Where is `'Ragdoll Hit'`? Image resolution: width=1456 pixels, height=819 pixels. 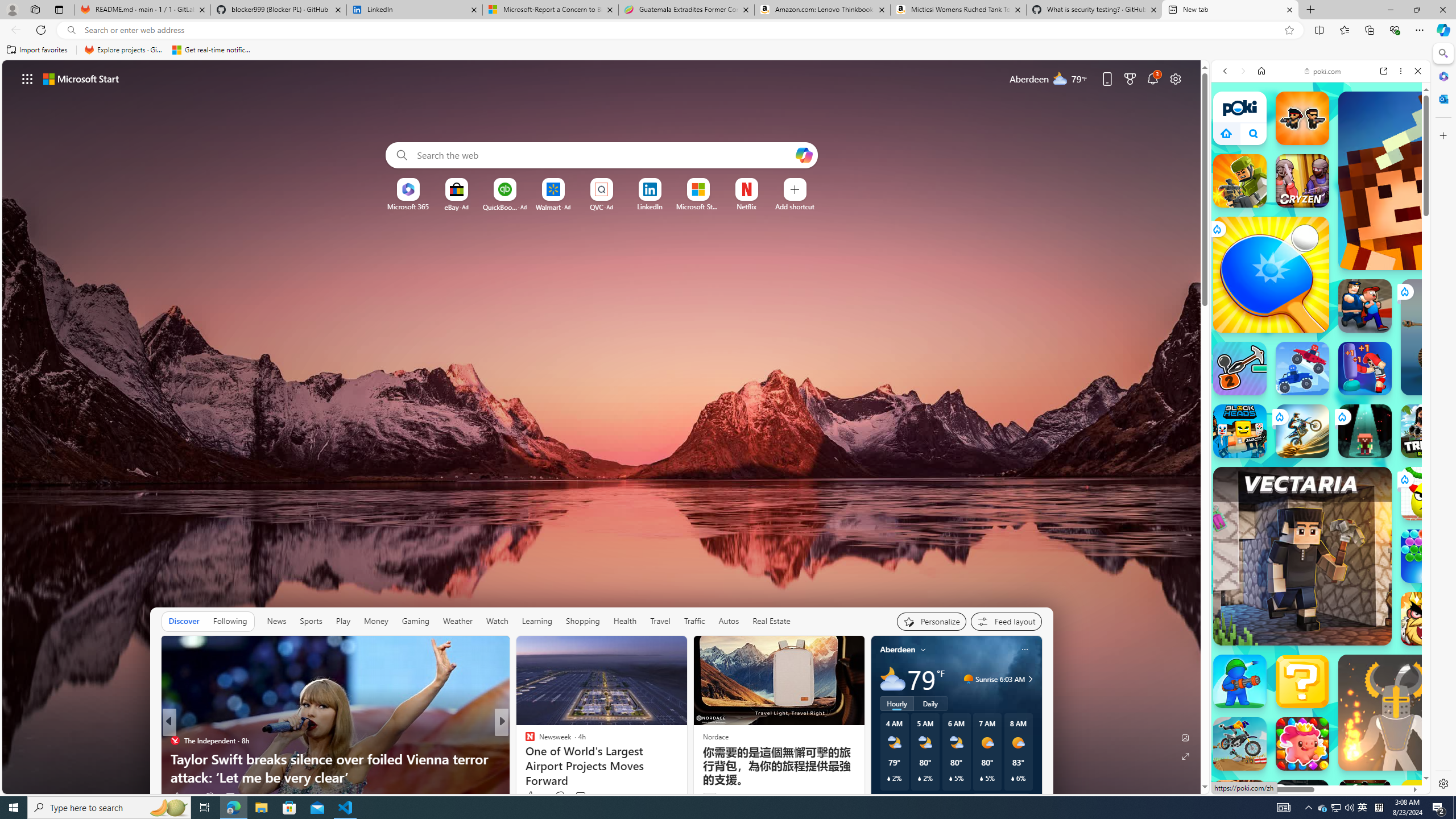 'Ragdoll Hit' is located at coordinates (1396, 712).